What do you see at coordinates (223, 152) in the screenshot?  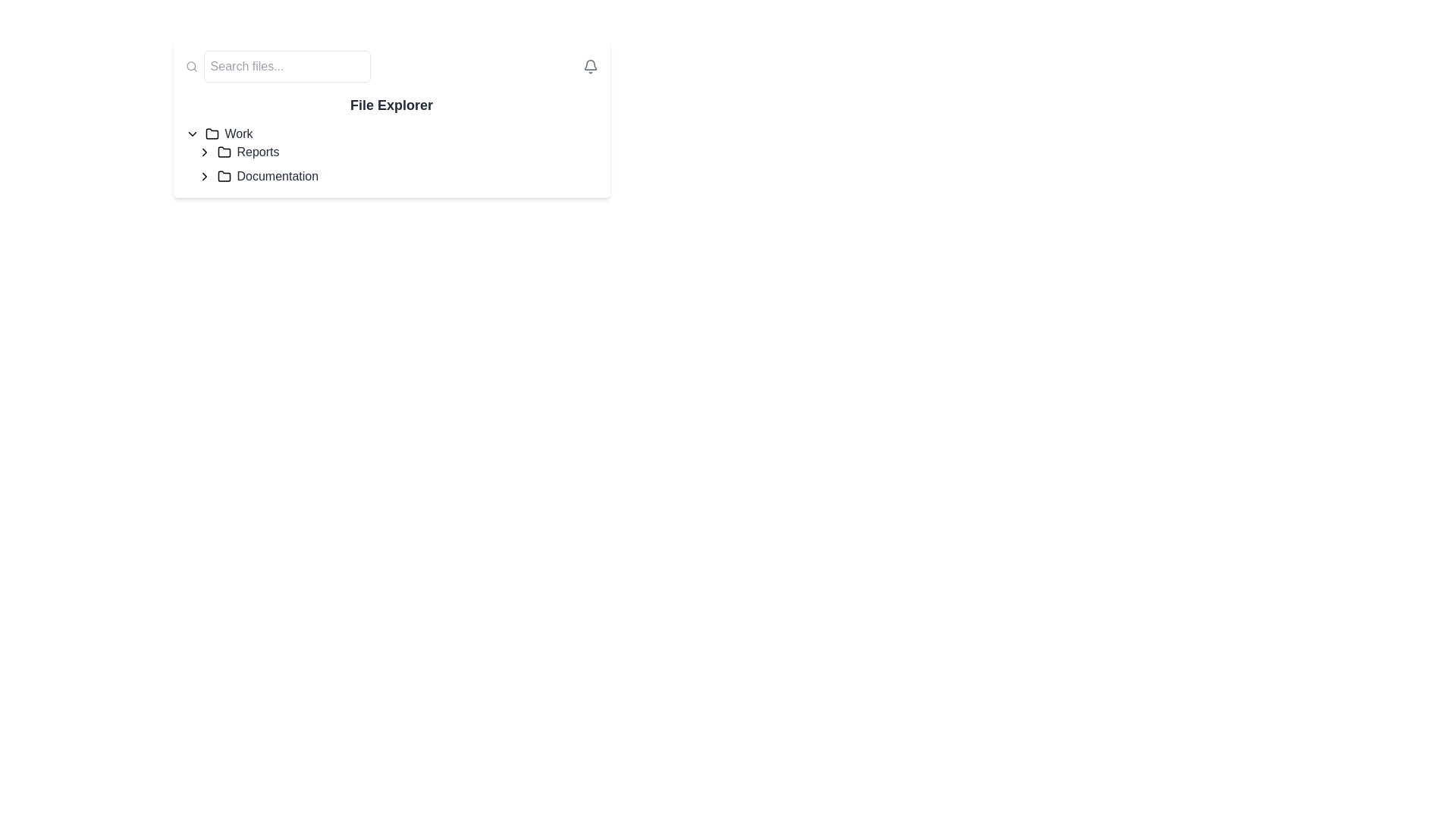 I see `the icon representing the folder associated with 'Reports', which is positioned directly to the left of the text label 'Reports'` at bounding box center [223, 152].